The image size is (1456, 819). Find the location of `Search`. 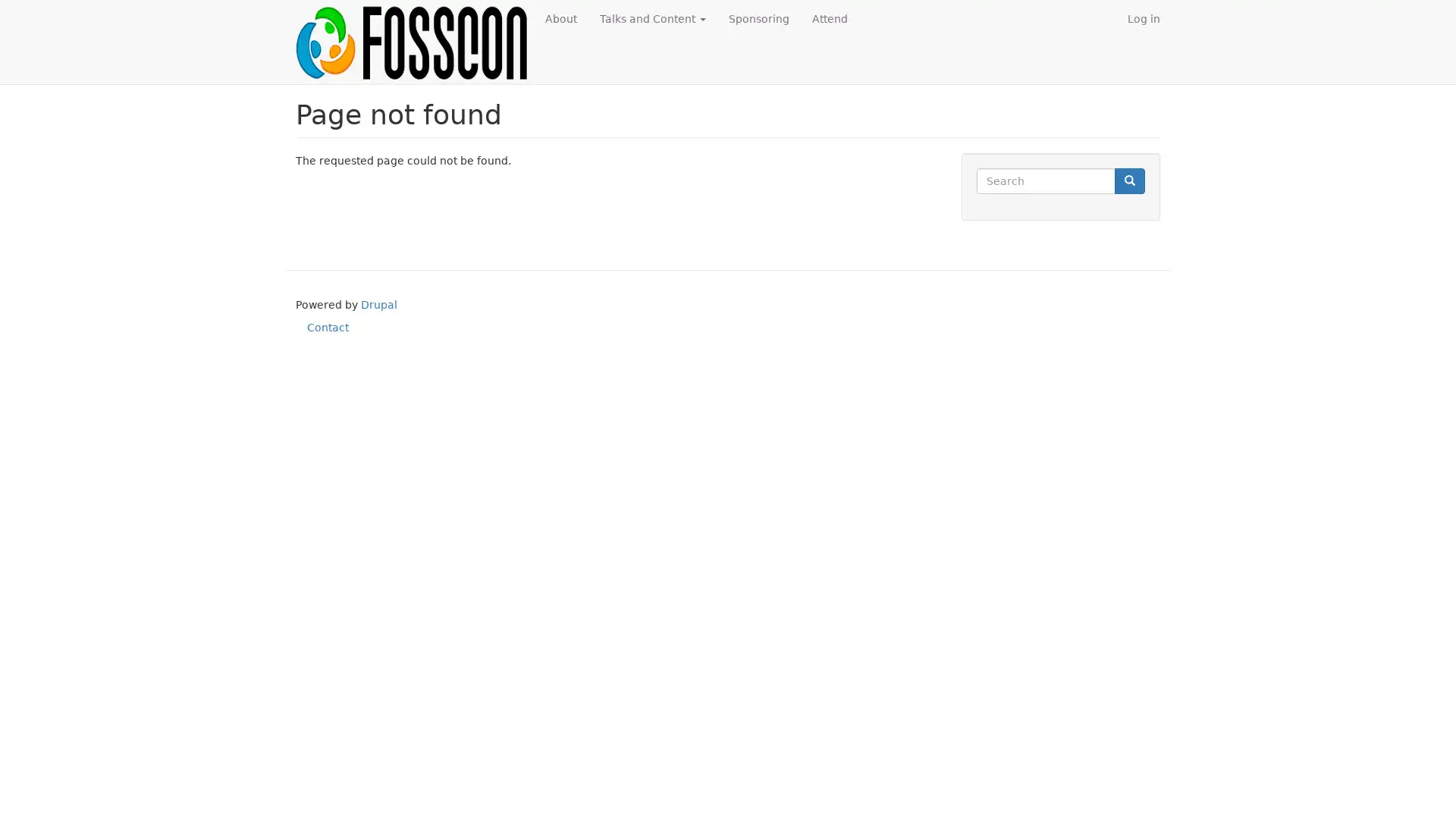

Search is located at coordinates (1129, 180).